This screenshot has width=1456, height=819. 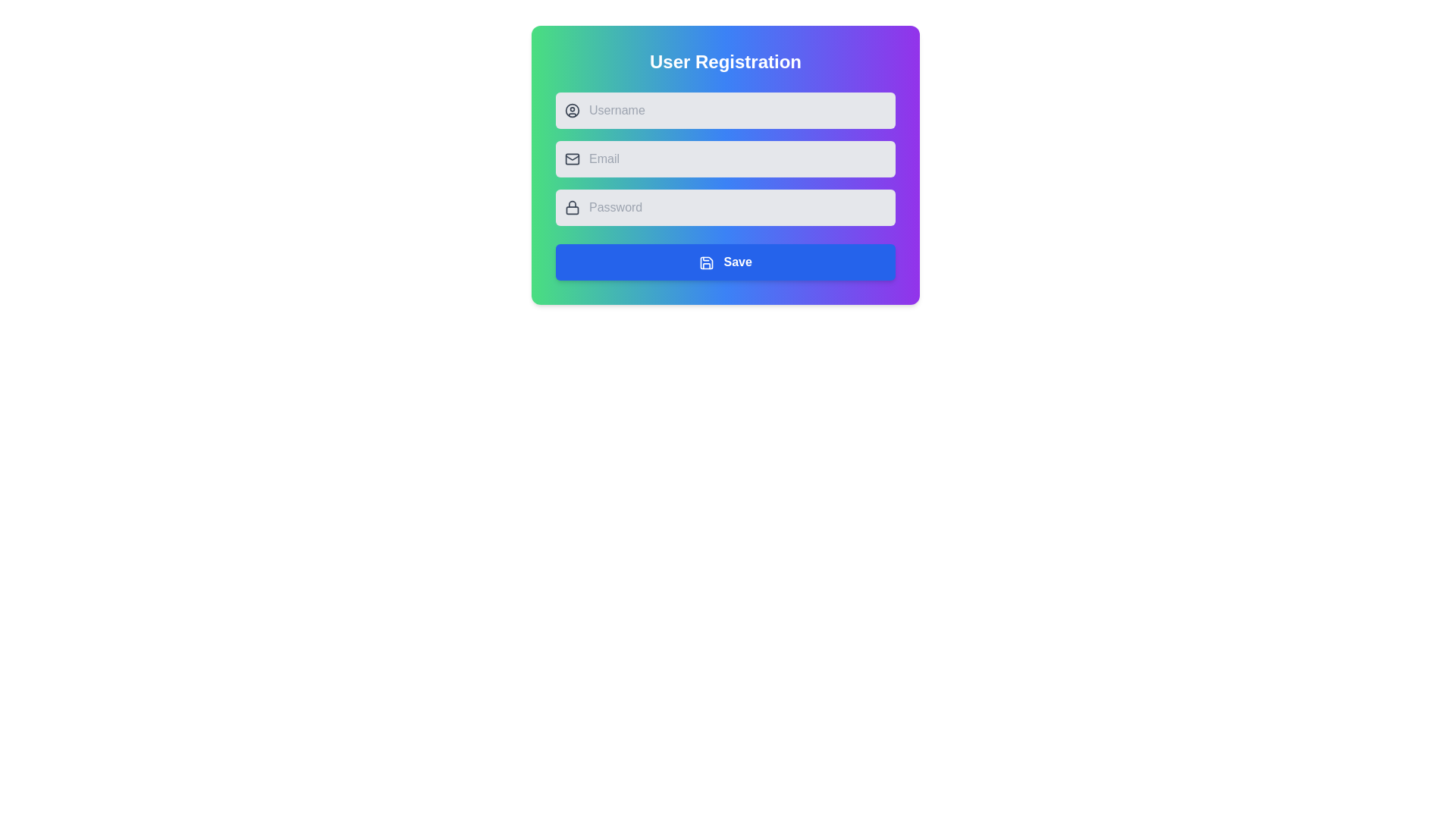 I want to click on the email input field within the 'User Registration' form to focus on it, so click(x=724, y=158).